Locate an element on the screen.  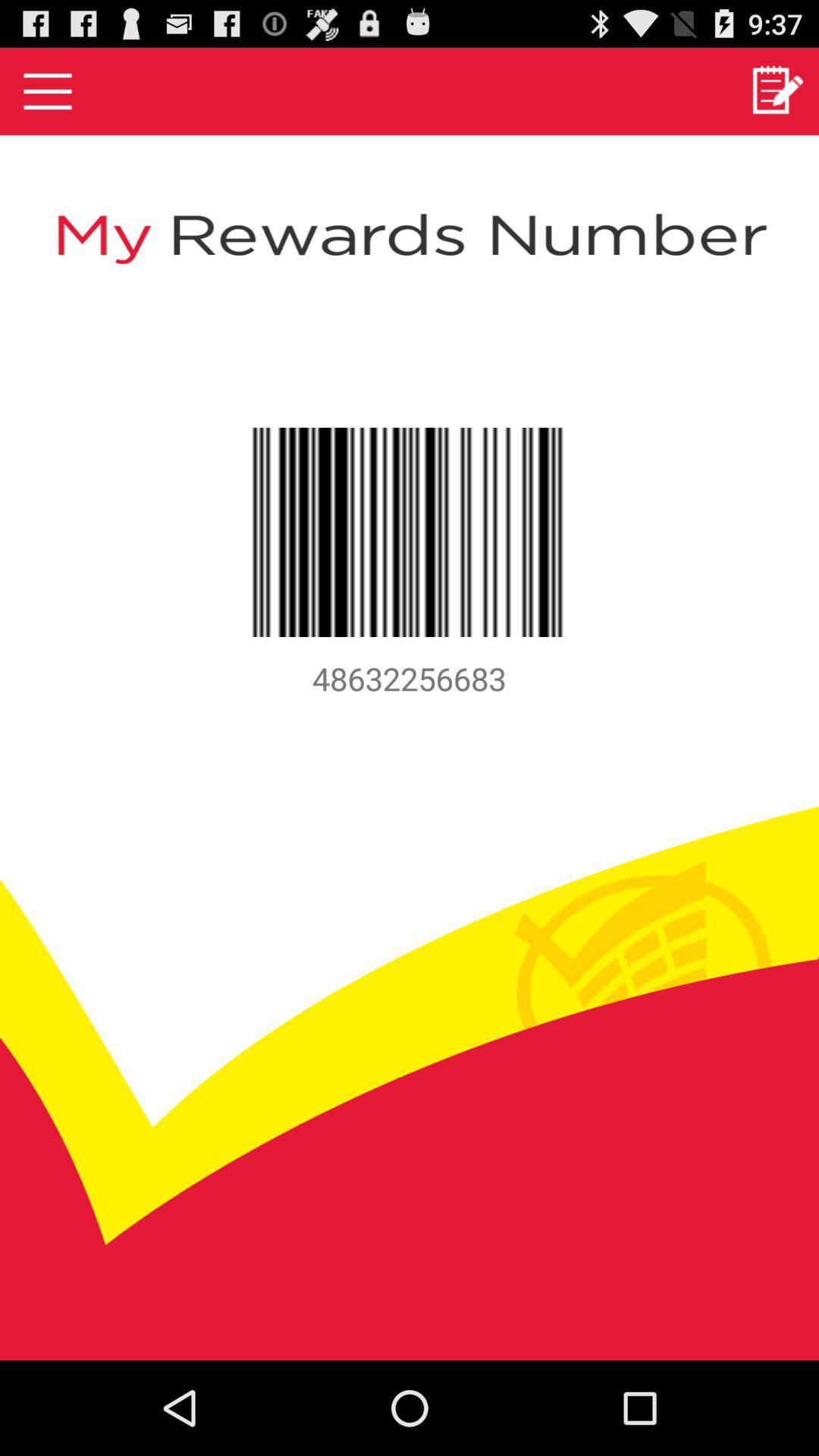
the edit icon is located at coordinates (777, 95).